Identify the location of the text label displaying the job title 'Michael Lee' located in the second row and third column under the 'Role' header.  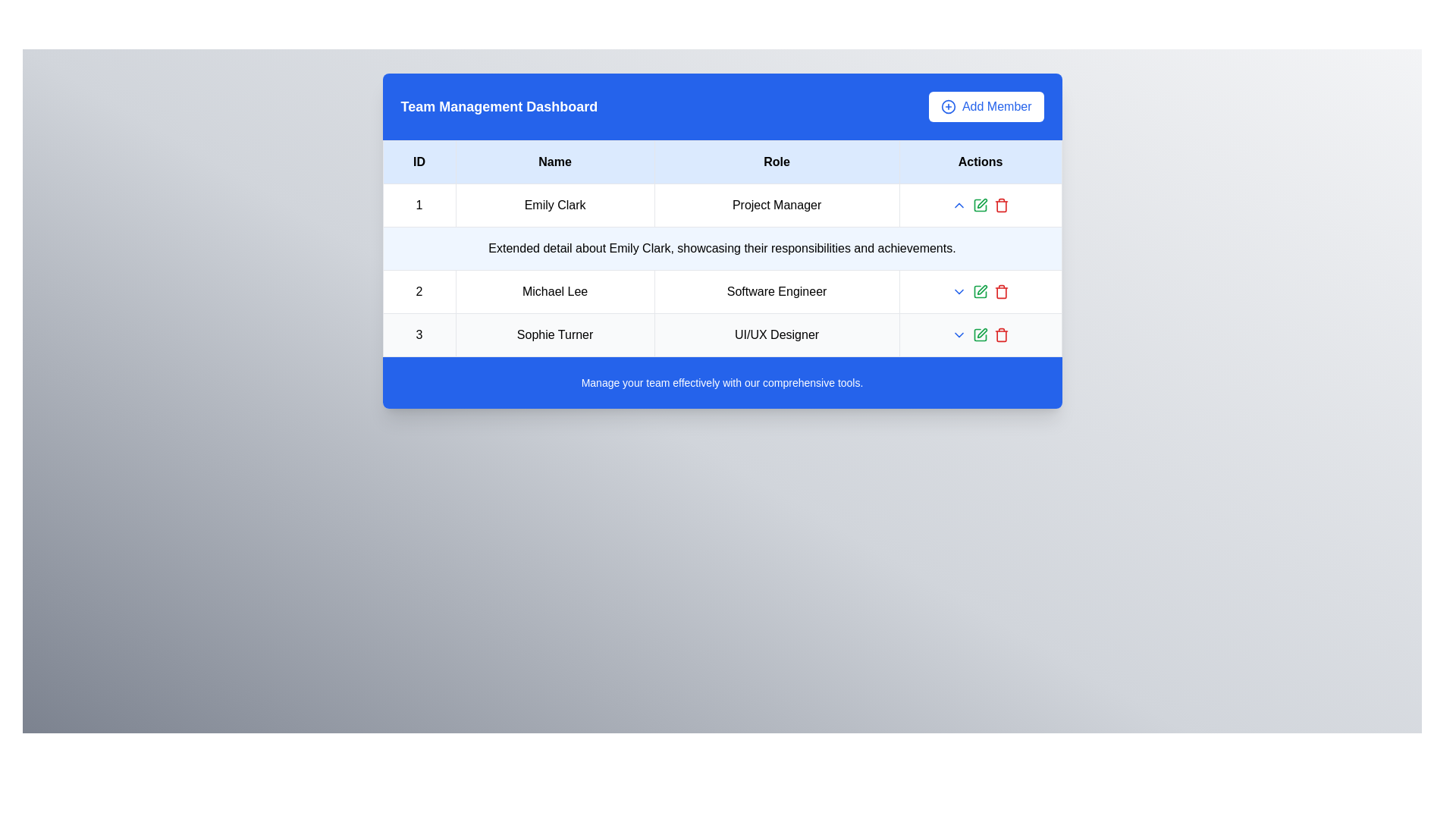
(777, 292).